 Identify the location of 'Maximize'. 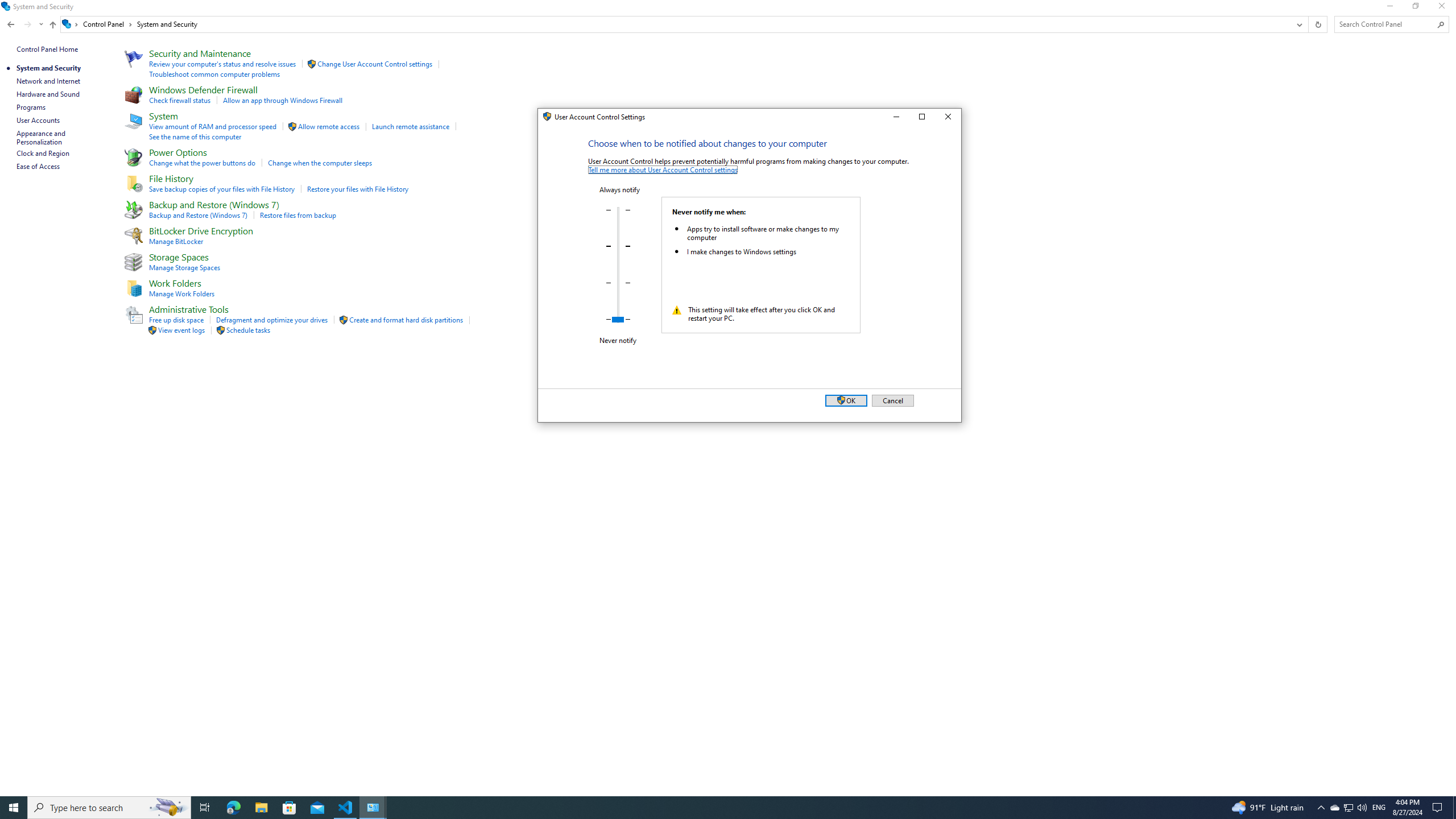
(921, 116).